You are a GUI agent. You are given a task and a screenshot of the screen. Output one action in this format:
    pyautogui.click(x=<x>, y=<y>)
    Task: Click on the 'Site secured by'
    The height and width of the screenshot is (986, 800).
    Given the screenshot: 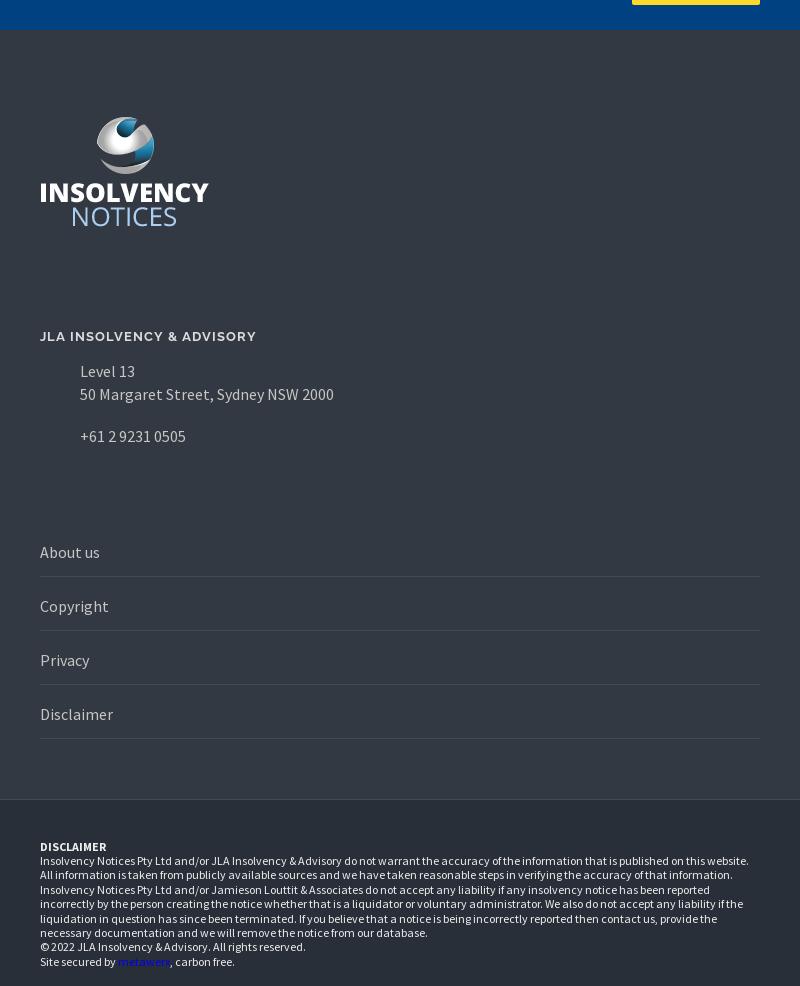 What is the action you would take?
    pyautogui.click(x=79, y=960)
    